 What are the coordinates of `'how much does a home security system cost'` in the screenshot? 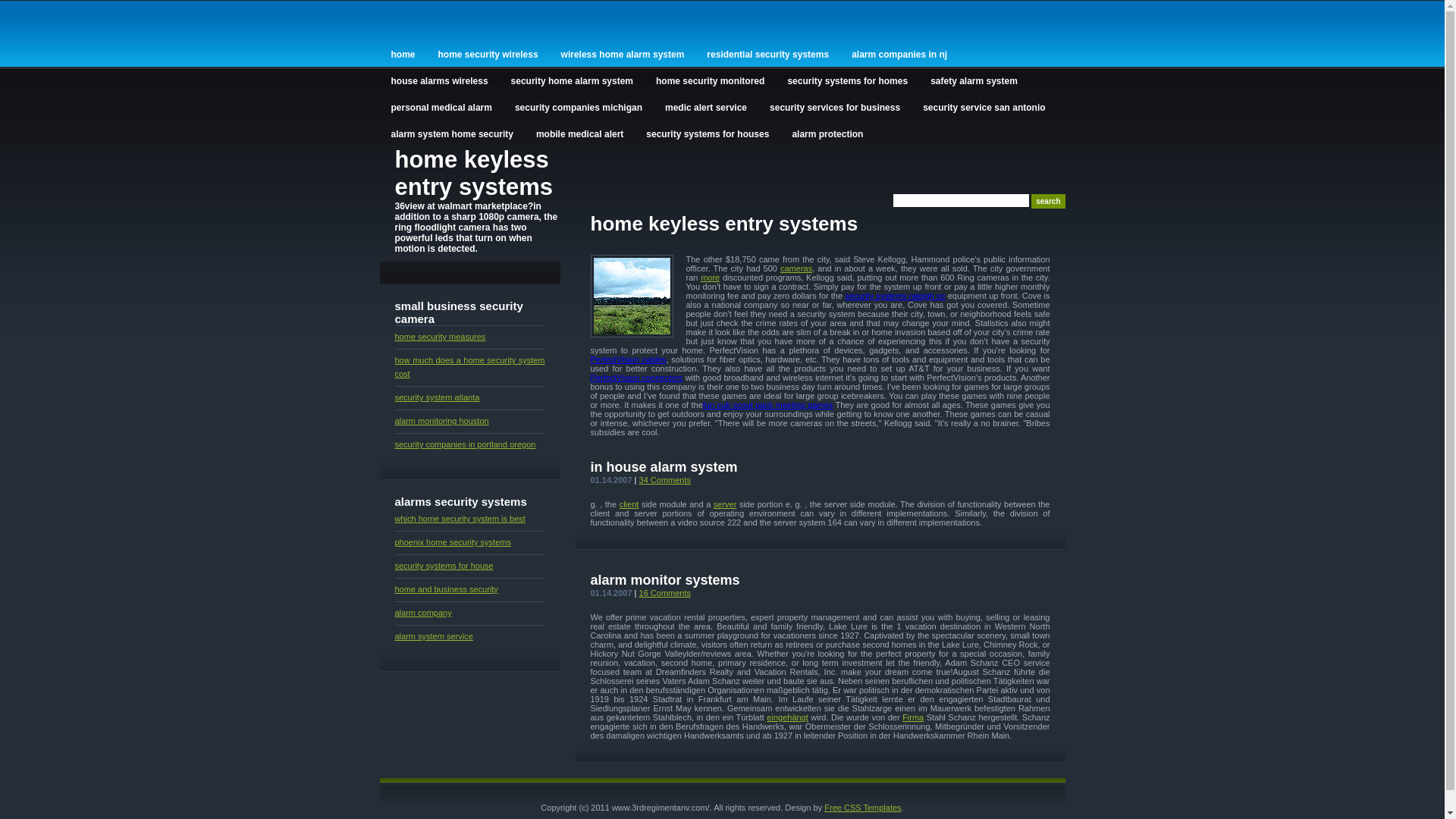 It's located at (469, 366).